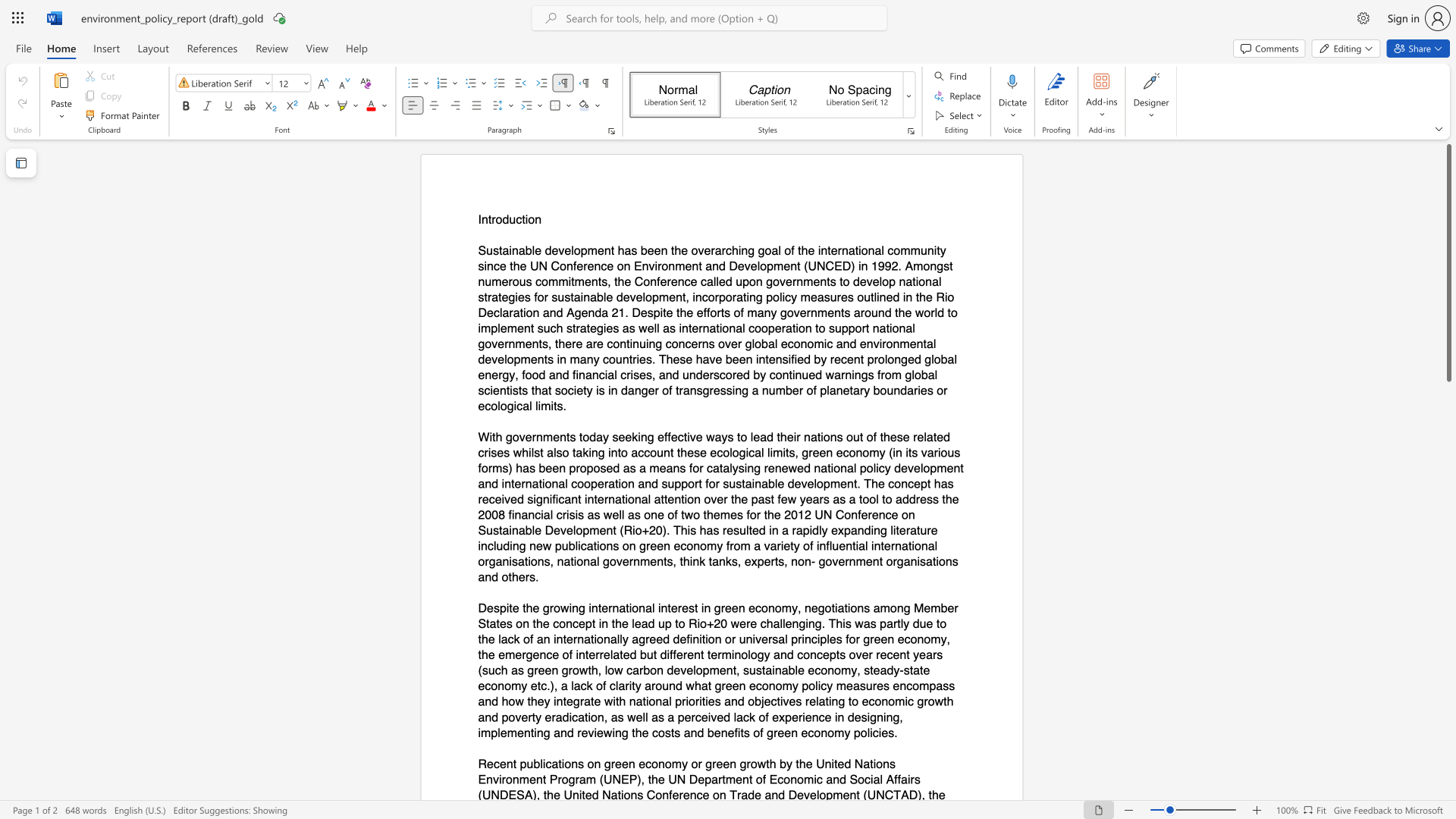 This screenshot has width=1456, height=819. What do you see at coordinates (1448, 447) in the screenshot?
I see `the scrollbar to scroll the page down` at bounding box center [1448, 447].